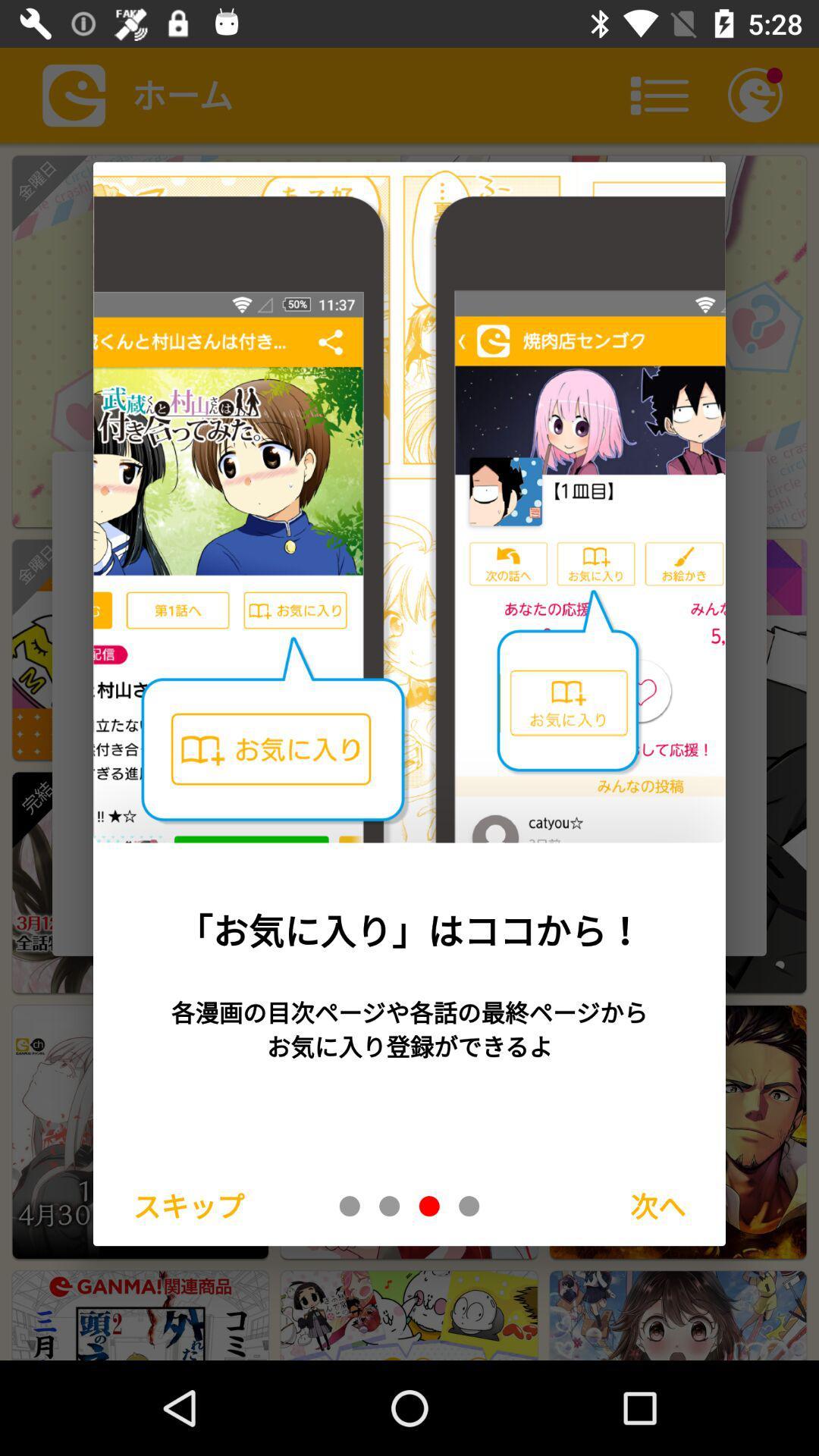 This screenshot has height=1456, width=819. What do you see at coordinates (388, 1205) in the screenshot?
I see `choose page` at bounding box center [388, 1205].